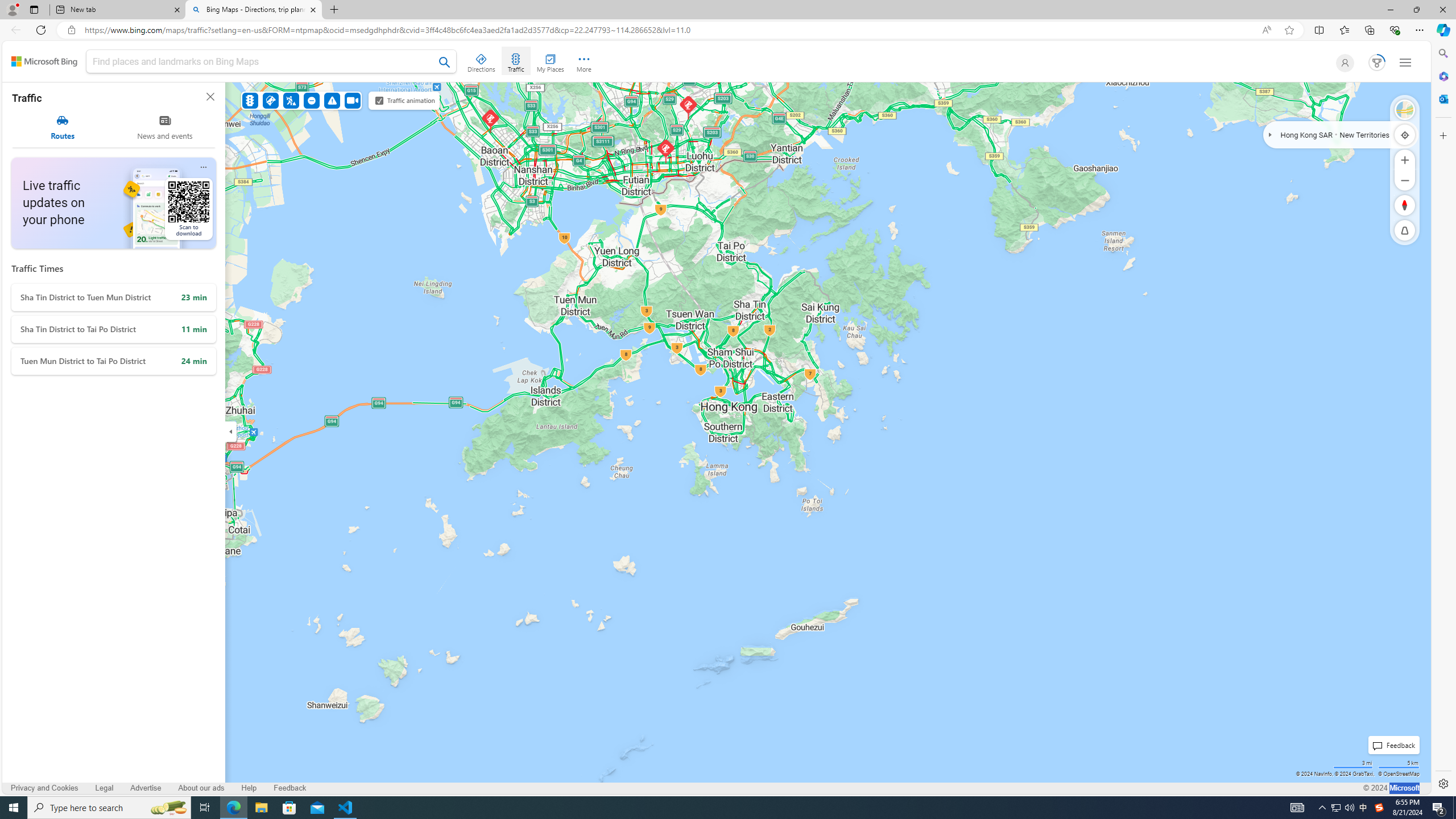 Image resolution: width=1456 pixels, height=819 pixels. I want to click on 'Road Closures', so click(312, 100).